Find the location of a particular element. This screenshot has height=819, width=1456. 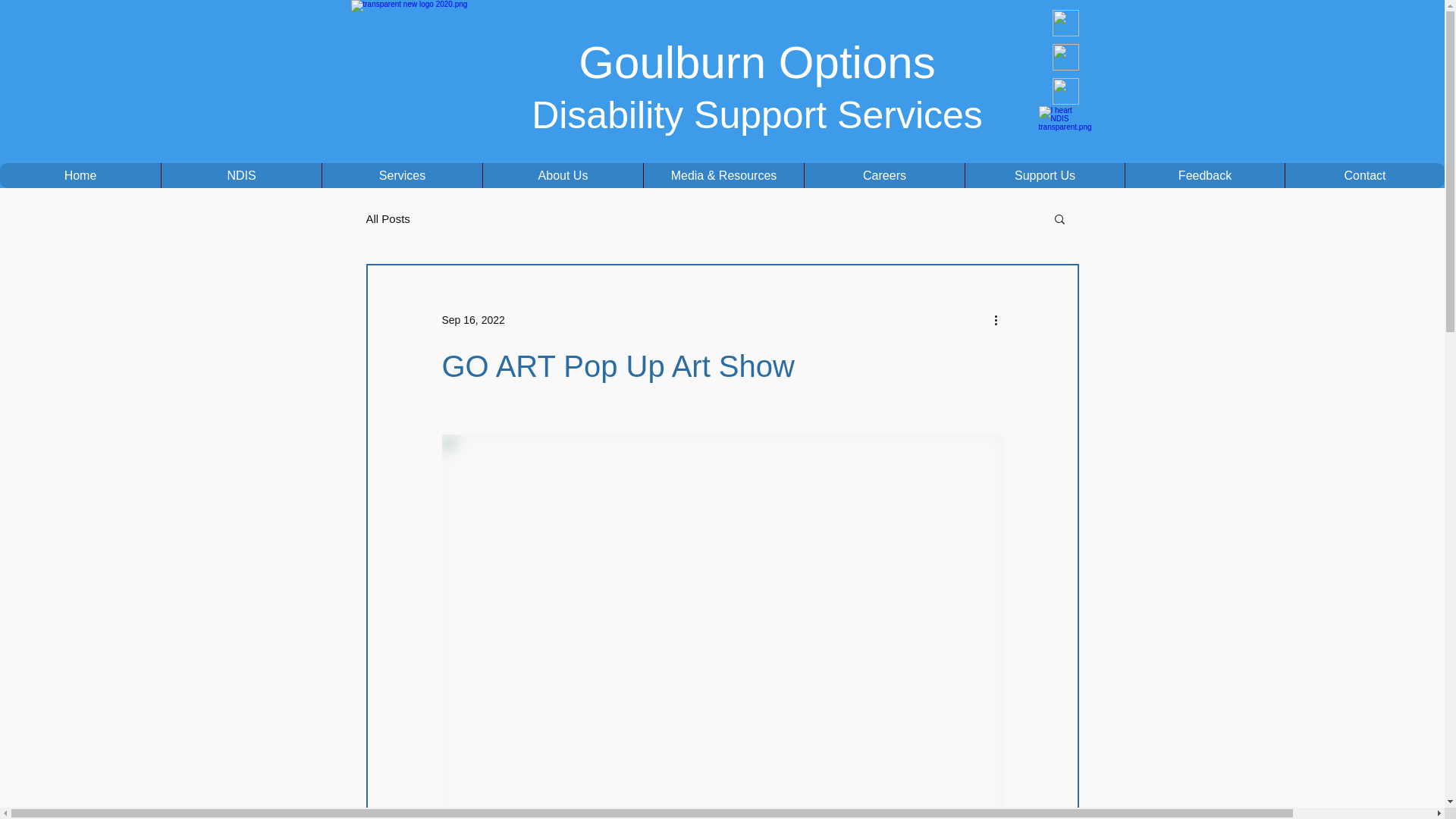

'Support Us' is located at coordinates (1043, 174).